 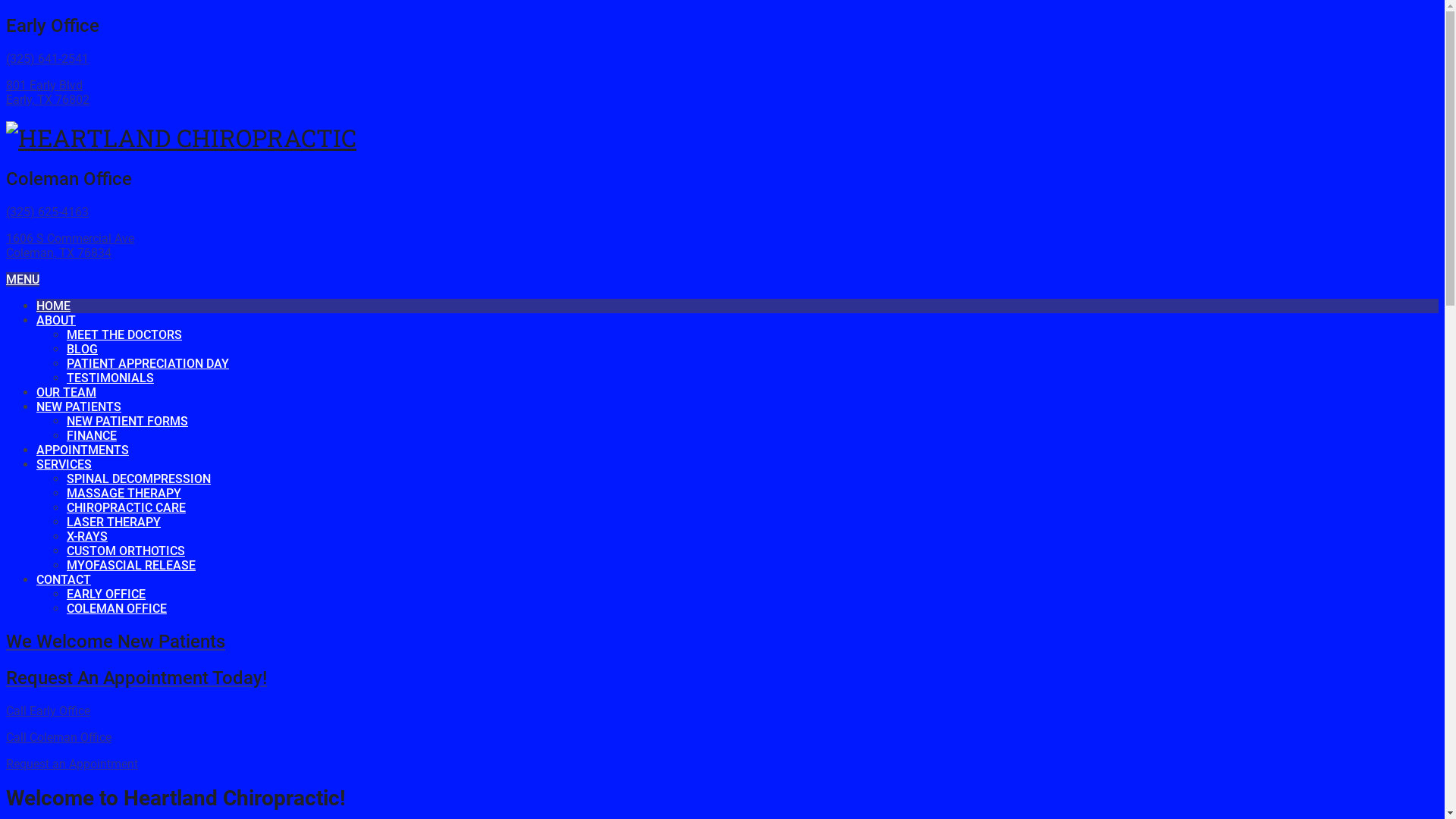 I want to click on 'COLEMAN OFFICE', so click(x=115, y=607).